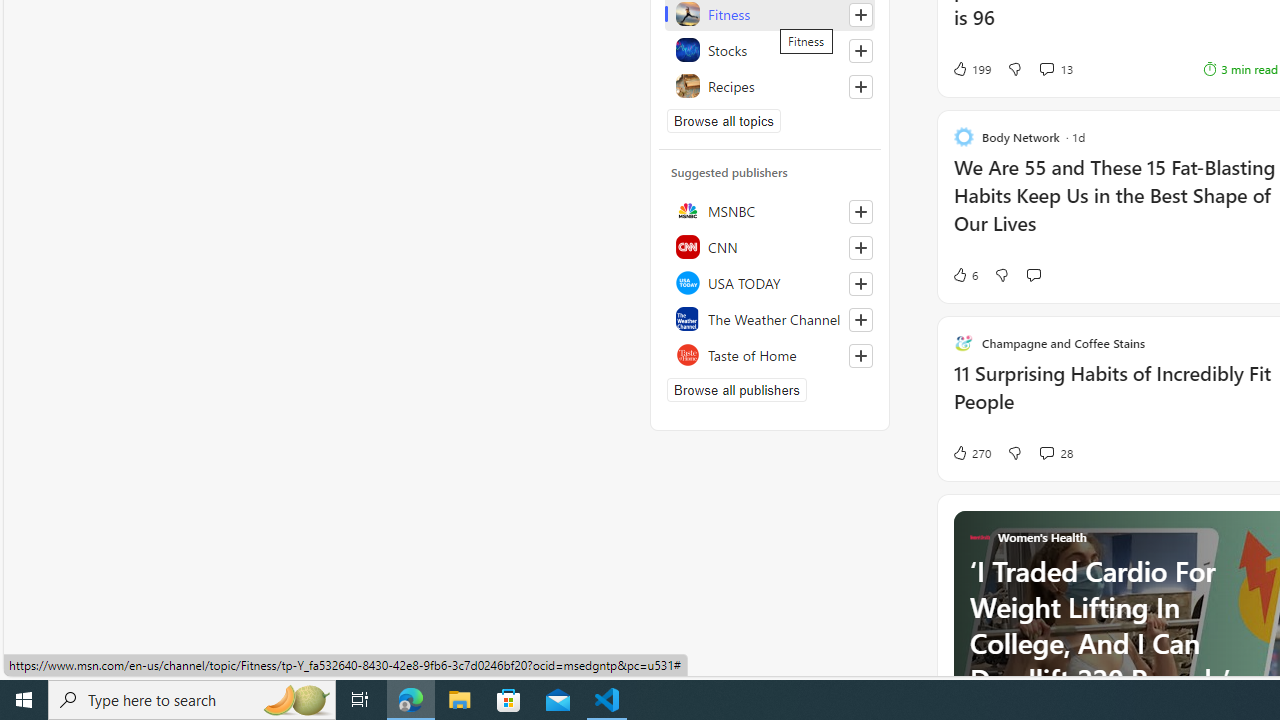 Image resolution: width=1280 pixels, height=720 pixels. I want to click on 'Follow this source', so click(860, 355).